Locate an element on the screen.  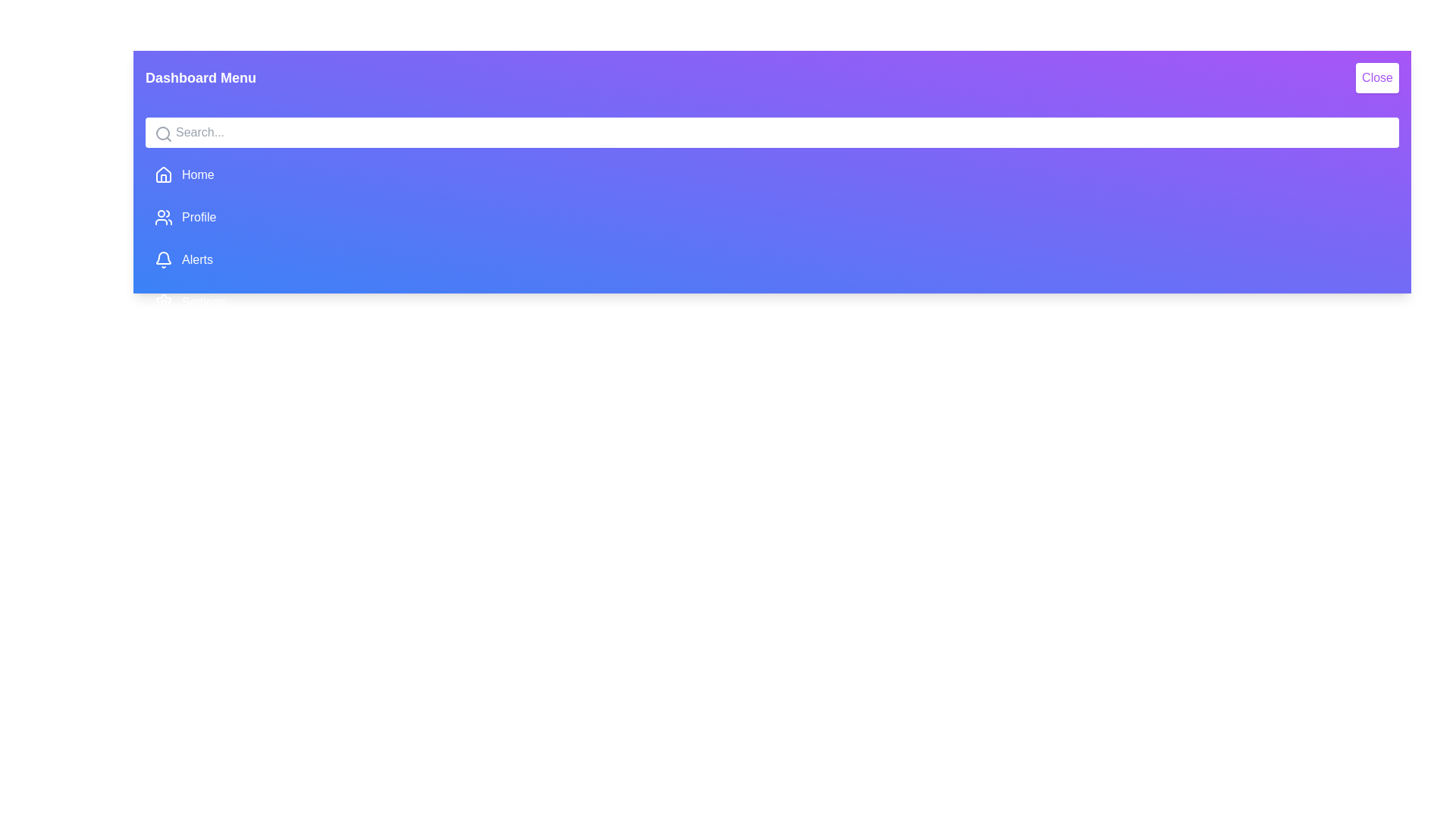
the close button located at the top-right corner of the interface is located at coordinates (1377, 78).